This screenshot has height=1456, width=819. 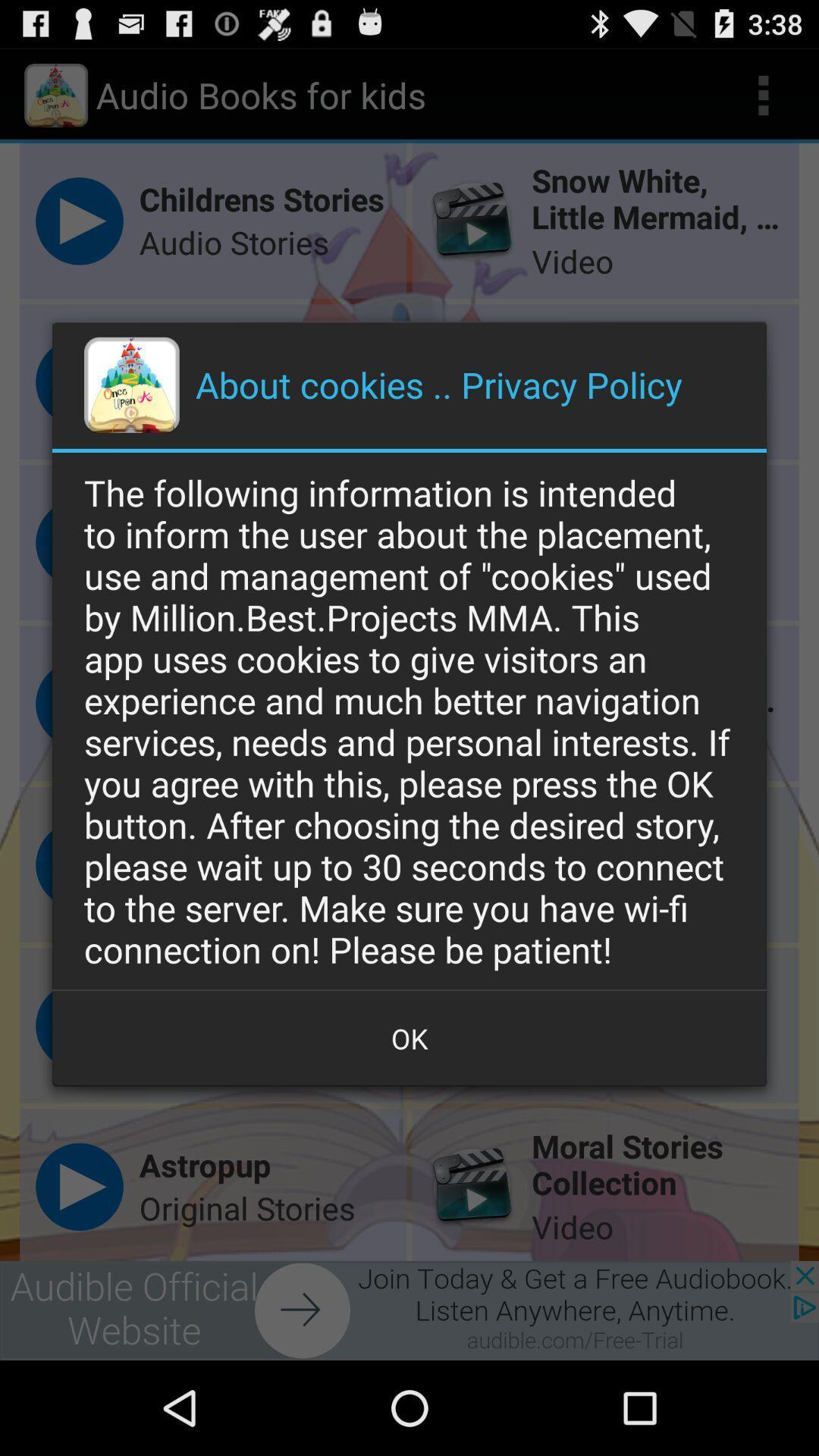 I want to click on ok, so click(x=409, y=1037).